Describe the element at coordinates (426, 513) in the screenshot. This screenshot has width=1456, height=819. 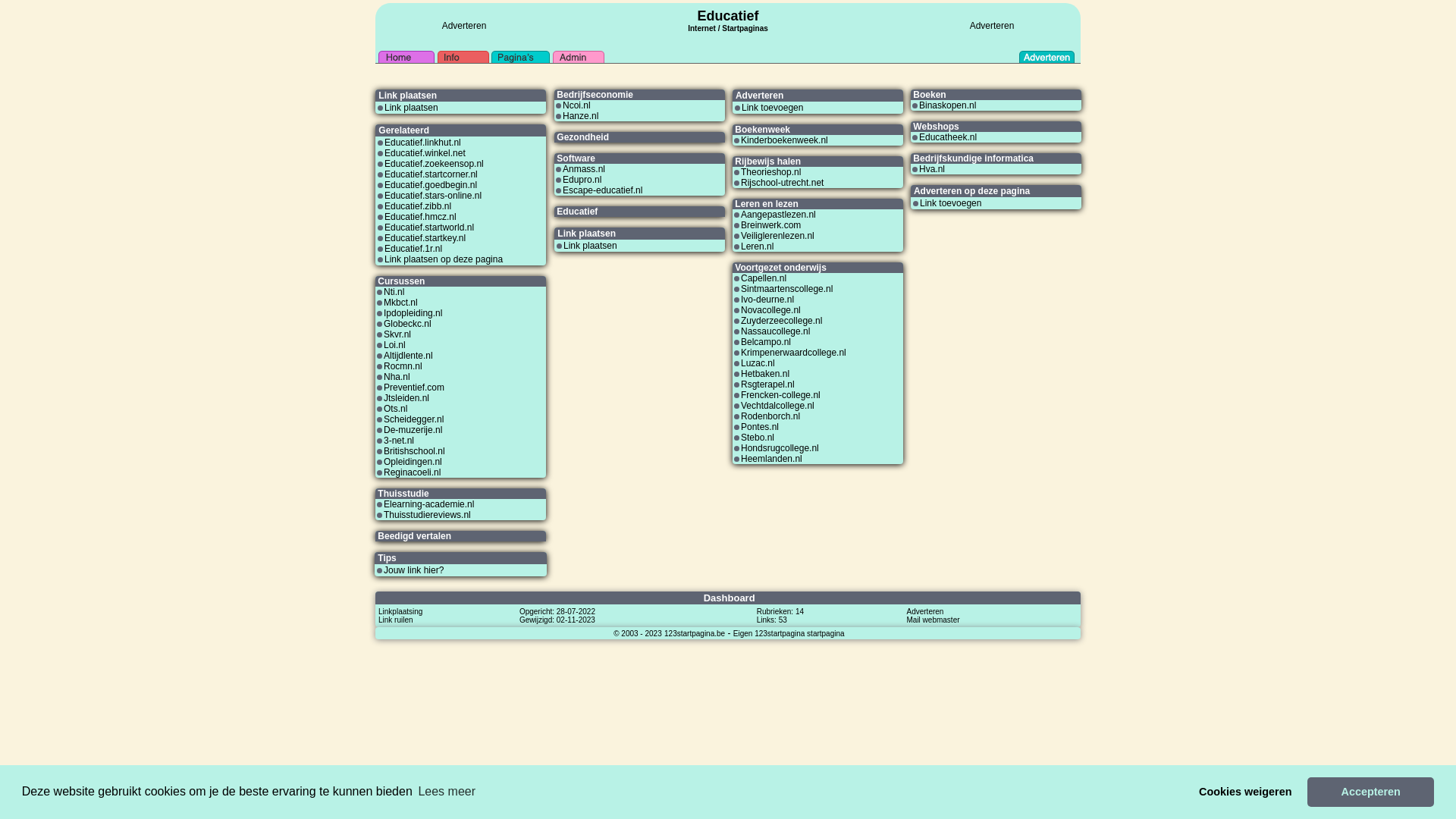
I see `'Thuisstudiereviews.nl'` at that location.